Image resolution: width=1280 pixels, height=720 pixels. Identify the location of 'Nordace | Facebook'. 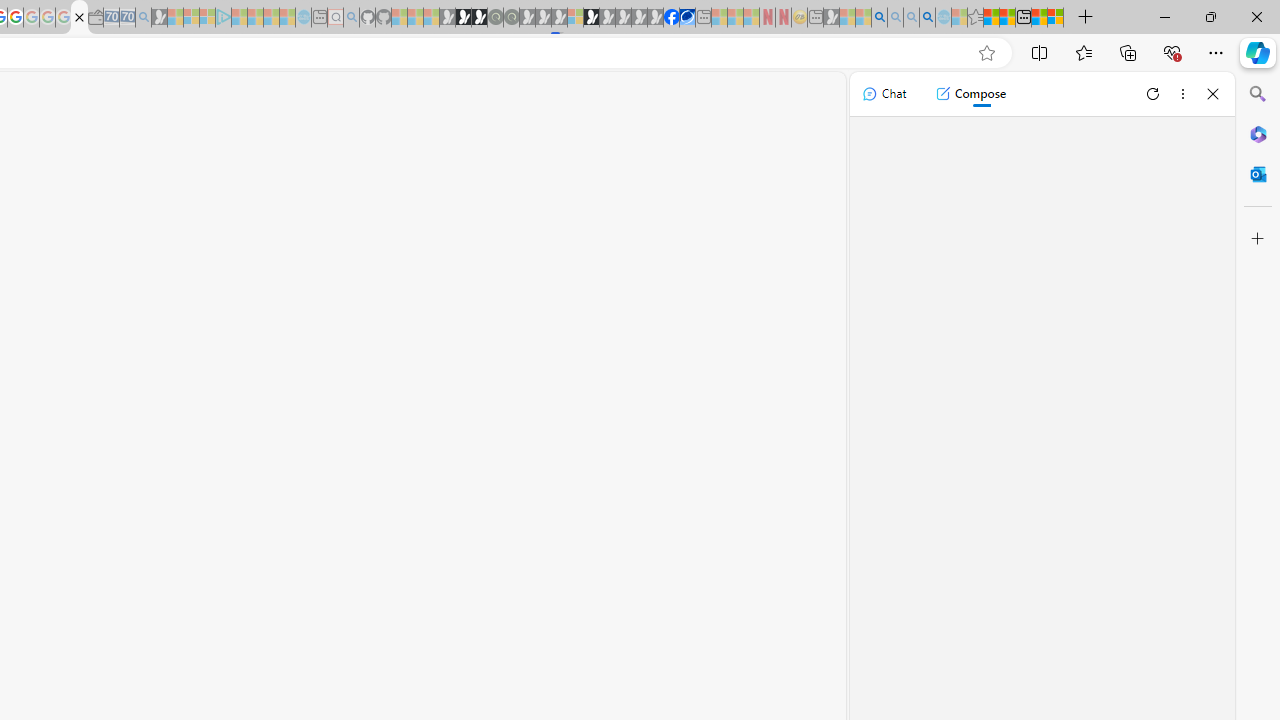
(672, 17).